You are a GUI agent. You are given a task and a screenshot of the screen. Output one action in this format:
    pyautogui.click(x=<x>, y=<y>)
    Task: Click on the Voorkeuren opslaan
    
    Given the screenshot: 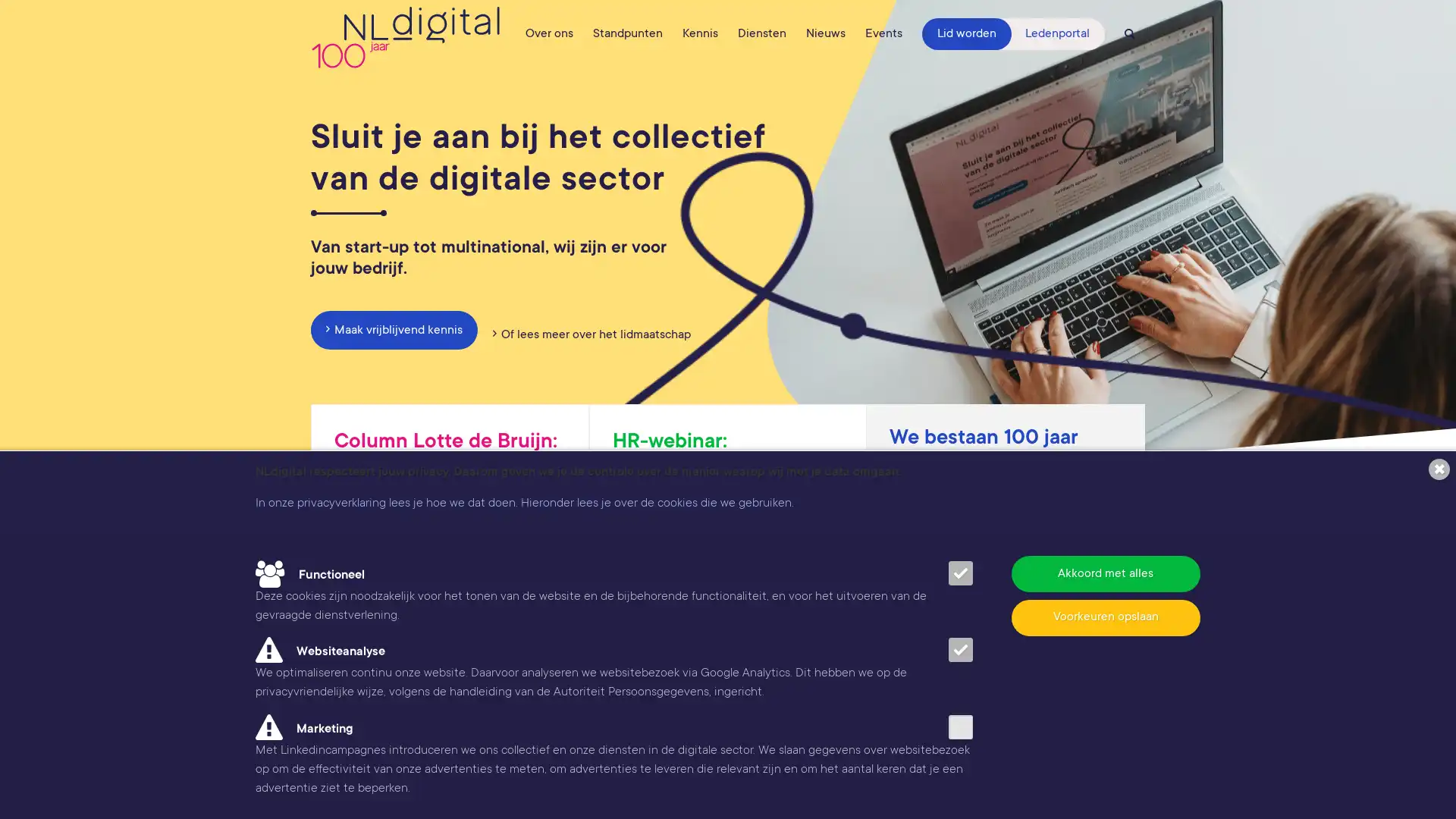 What is the action you would take?
    pyautogui.click(x=1106, y=617)
    